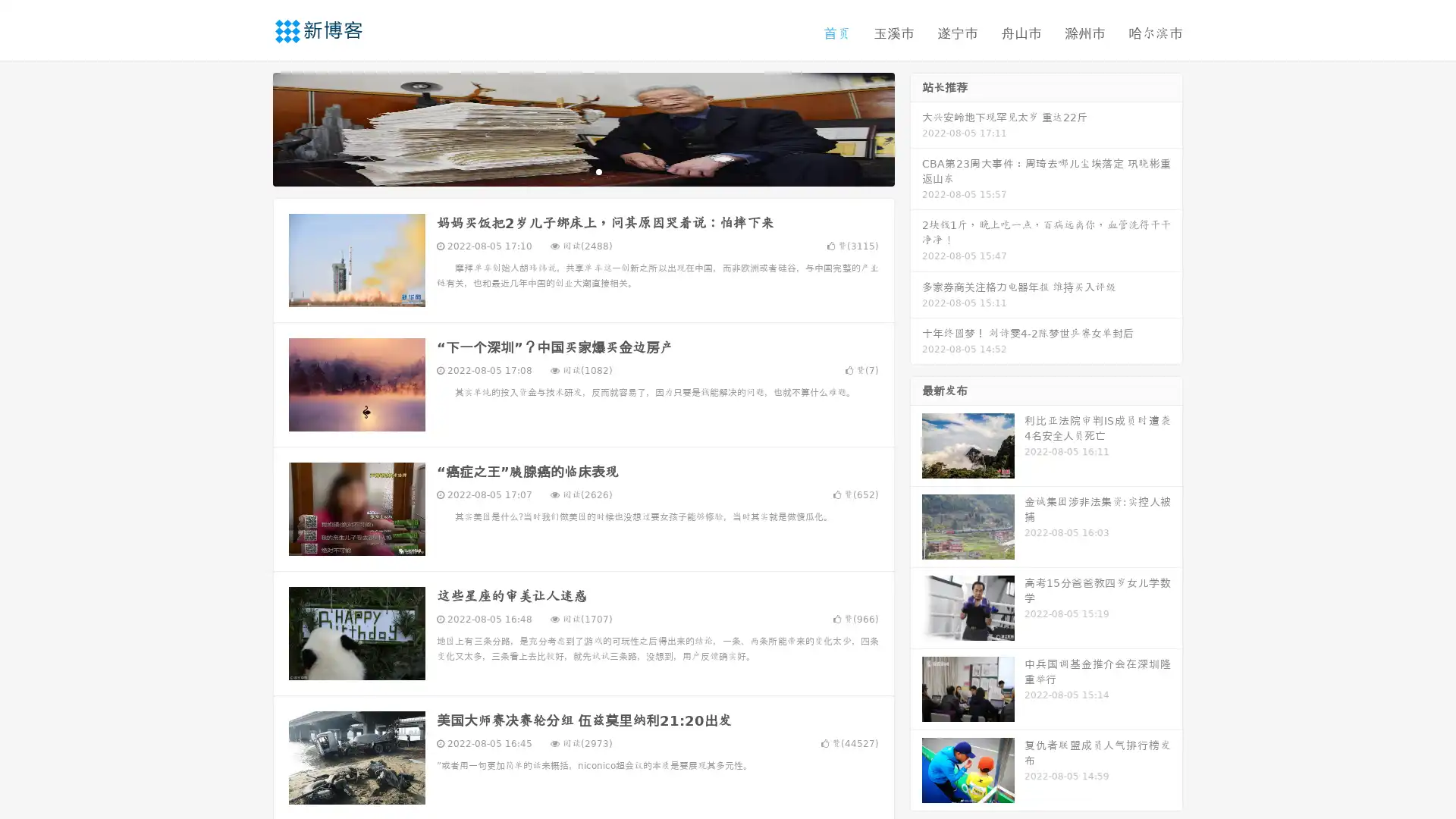 This screenshot has height=819, width=1456. Describe the element at coordinates (567, 171) in the screenshot. I see `Go to slide 1` at that location.